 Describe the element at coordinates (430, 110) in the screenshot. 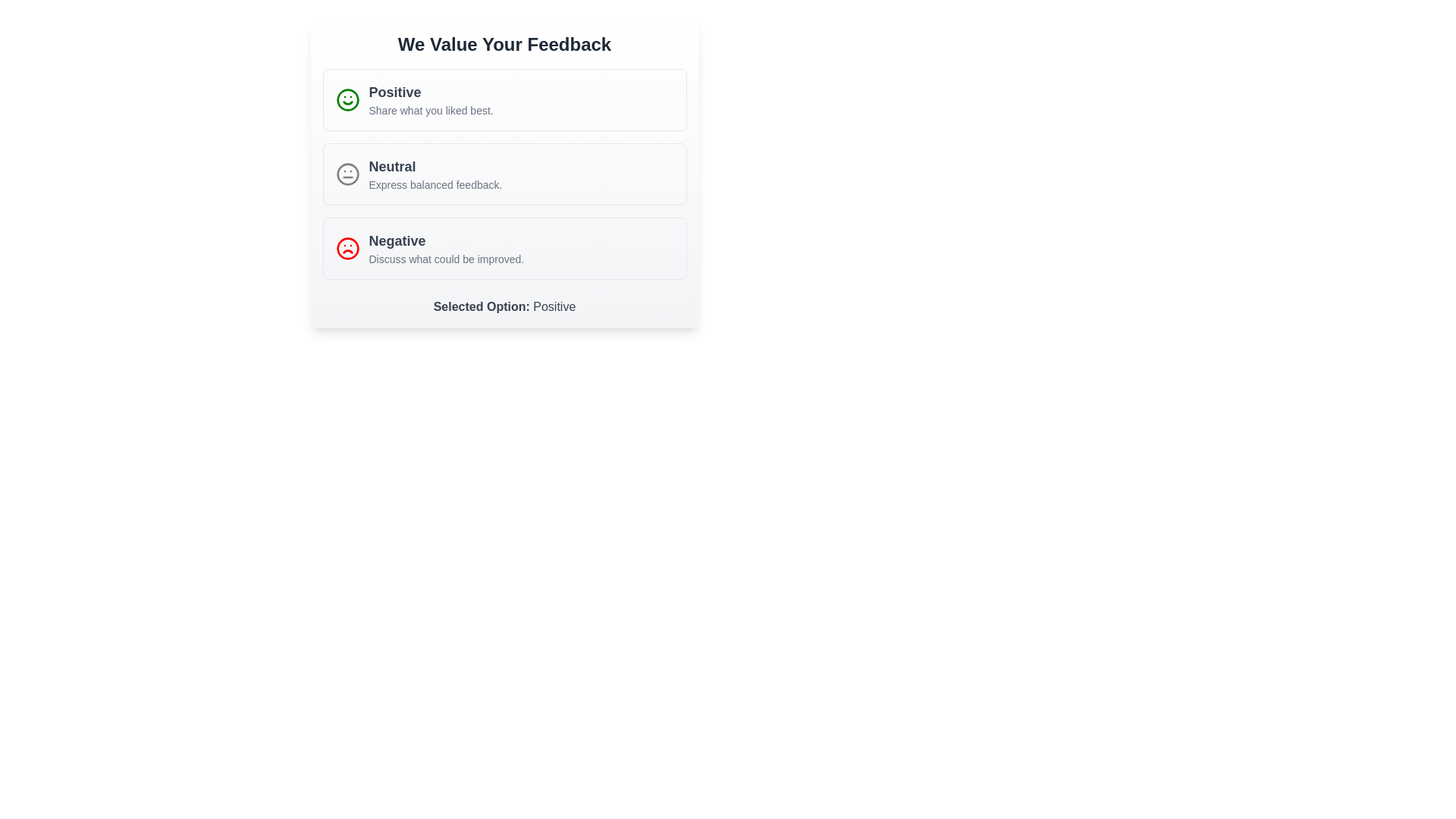

I see `the text label that provides instructions for the 'Positive' feedback option, located immediately below the 'Positive' text in the feedback section` at that location.